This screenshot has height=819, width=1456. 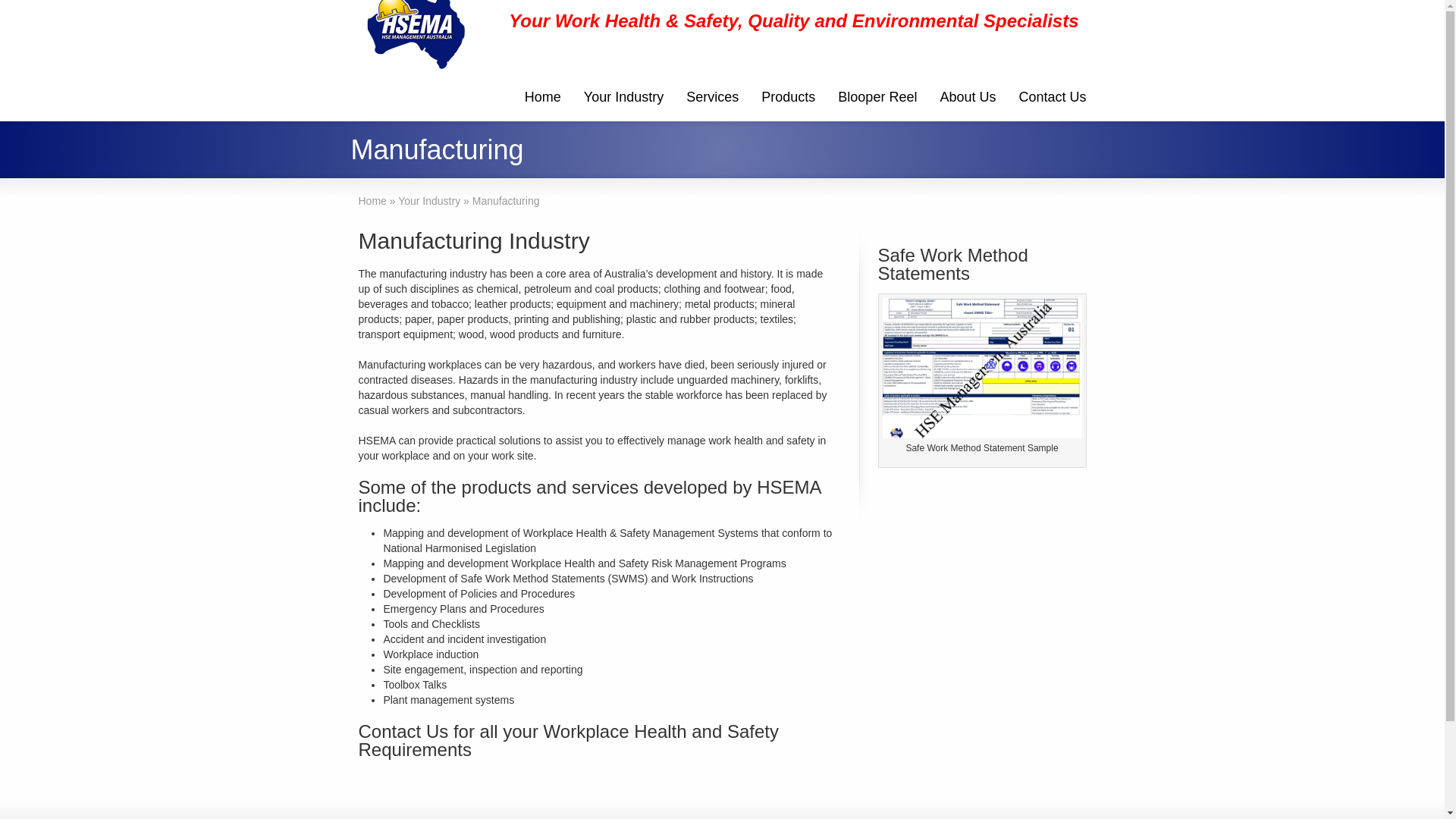 I want to click on 'Services', so click(x=711, y=99).